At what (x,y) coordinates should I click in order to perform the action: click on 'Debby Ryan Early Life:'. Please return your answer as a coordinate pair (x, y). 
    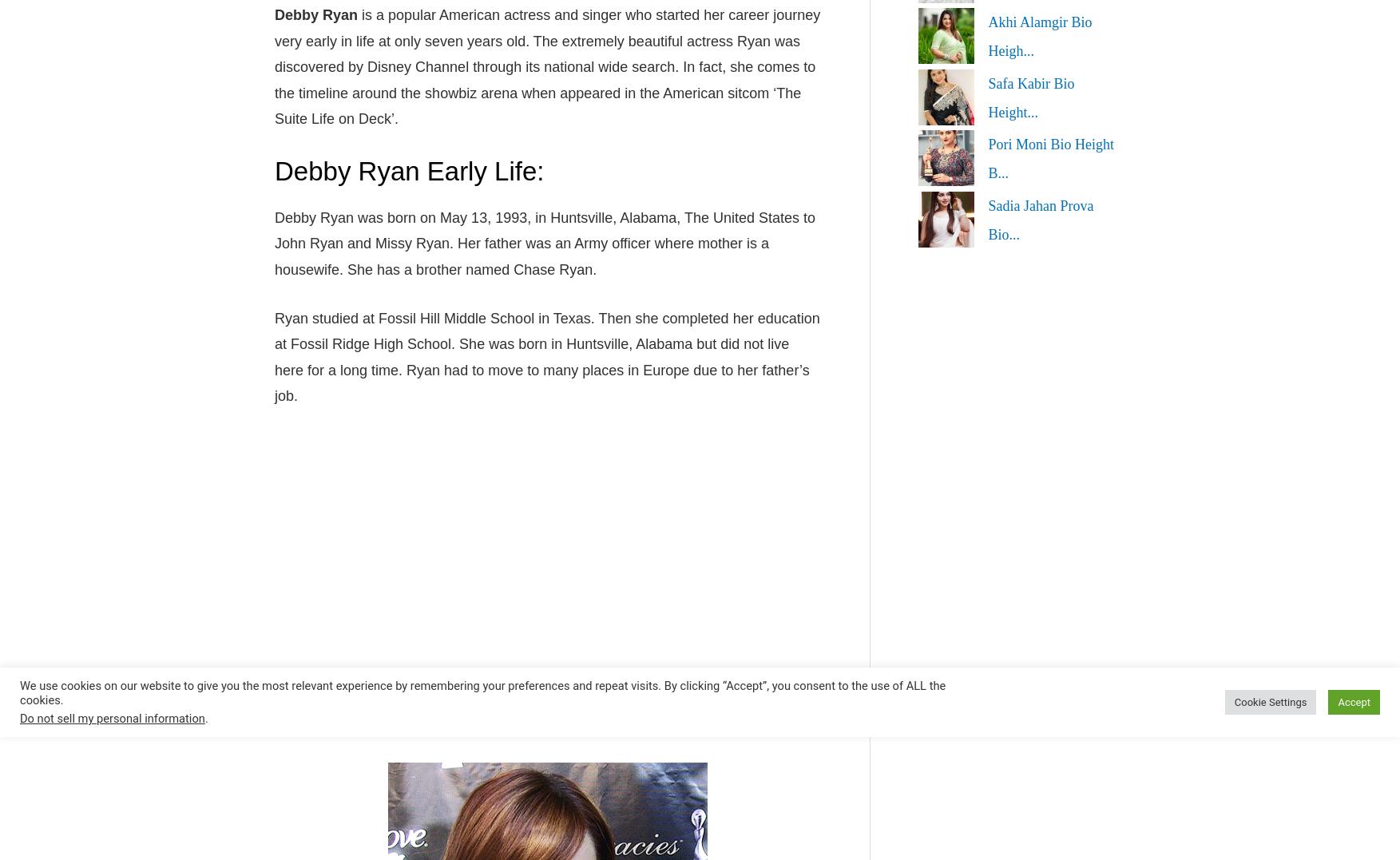
    Looking at the image, I should click on (274, 171).